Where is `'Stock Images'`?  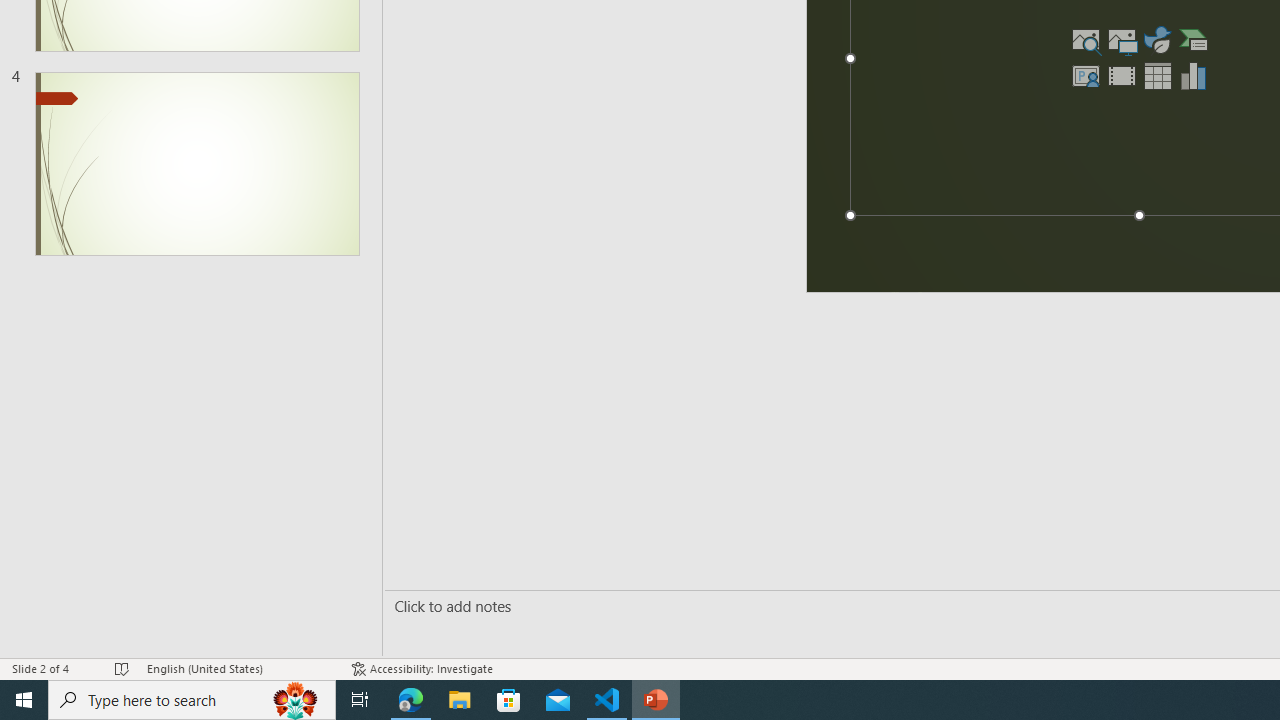
'Stock Images' is located at coordinates (1085, 39).